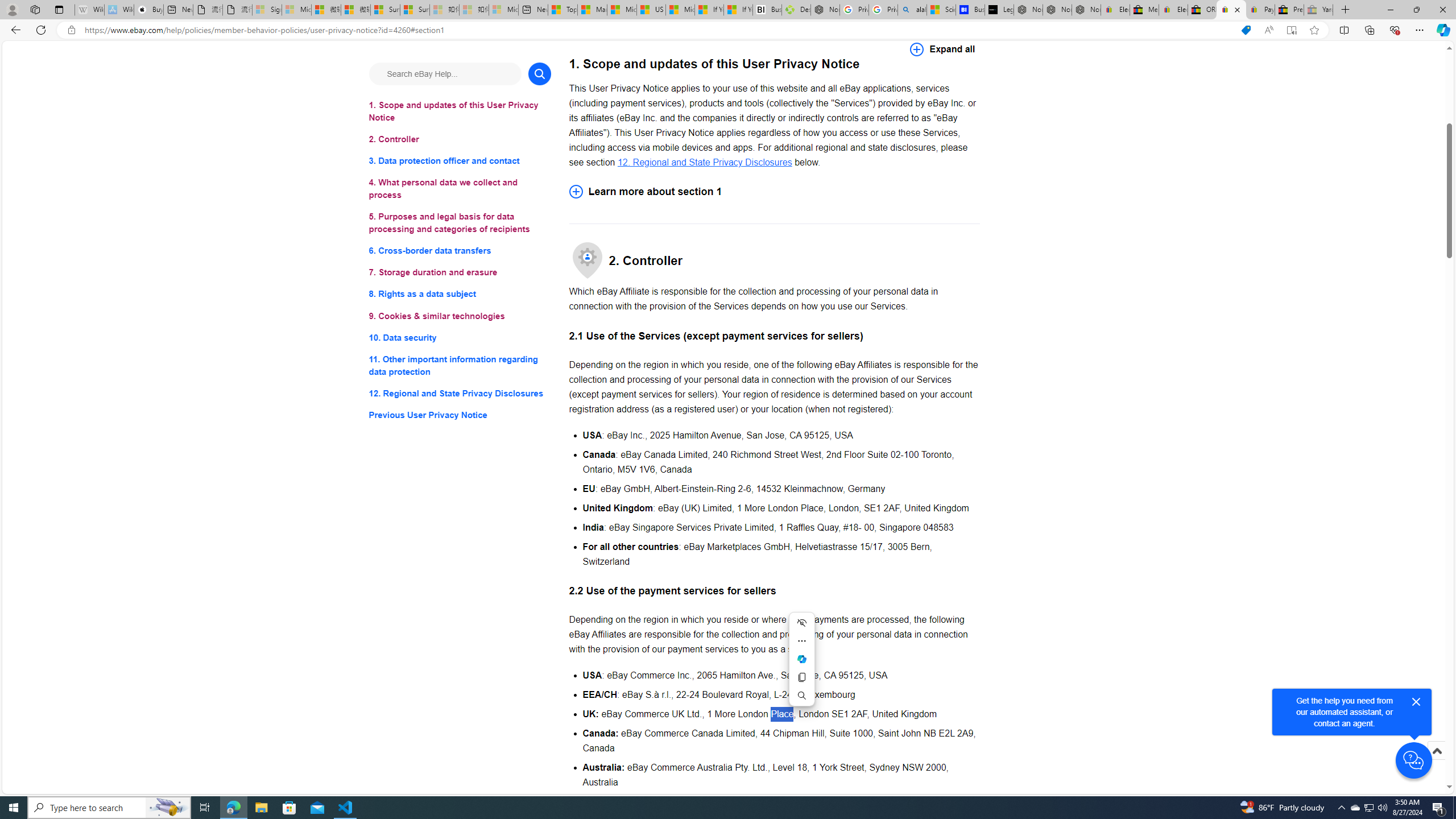 This screenshot has height=819, width=1456. What do you see at coordinates (459, 189) in the screenshot?
I see `'4. What personal data we collect and process'` at bounding box center [459, 189].